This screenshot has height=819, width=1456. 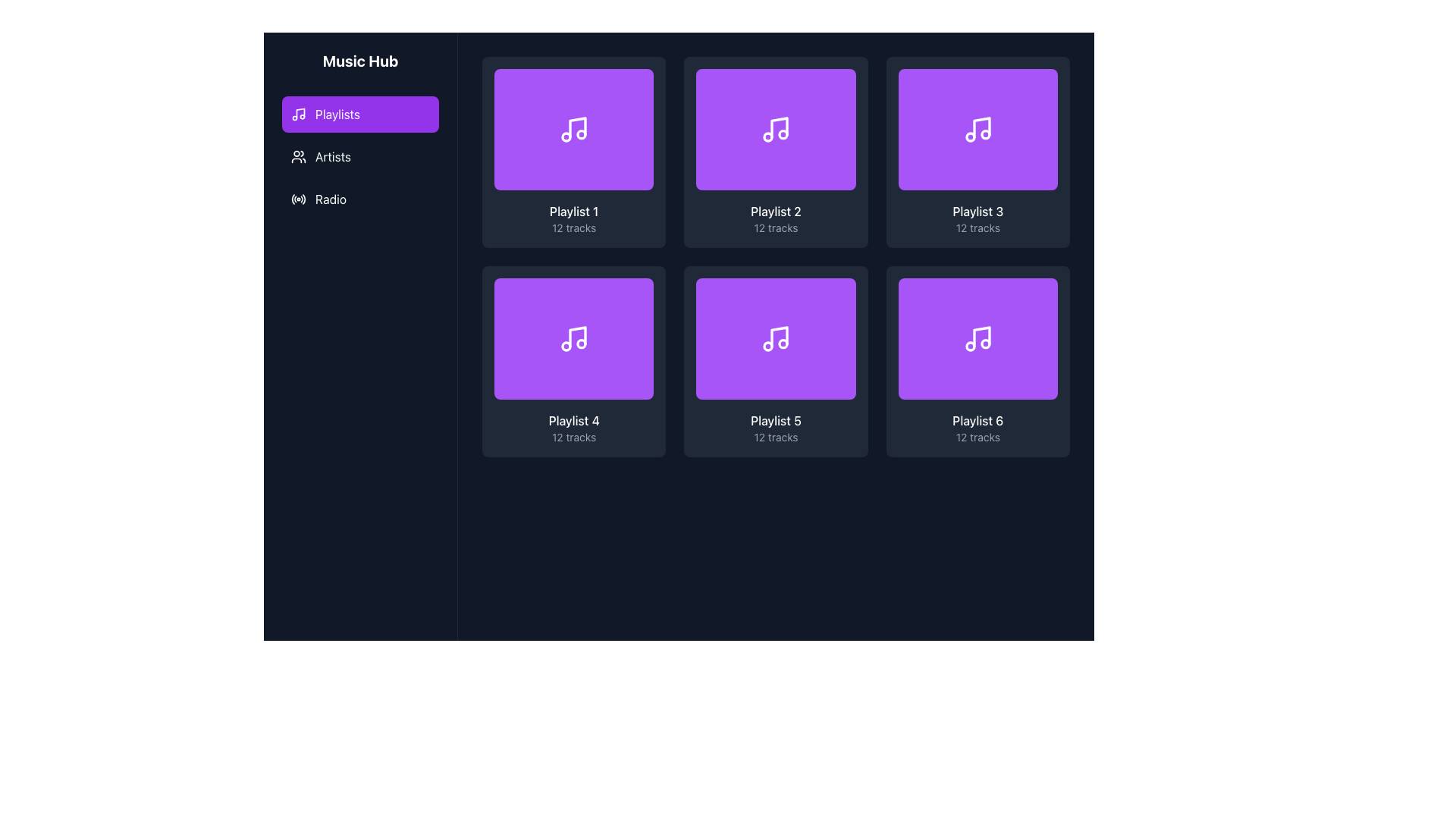 What do you see at coordinates (325, 768) in the screenshot?
I see `the displayed text in the Text Display Area, which shows the current track's title and artist's name at the bottom left of the interface` at bounding box center [325, 768].